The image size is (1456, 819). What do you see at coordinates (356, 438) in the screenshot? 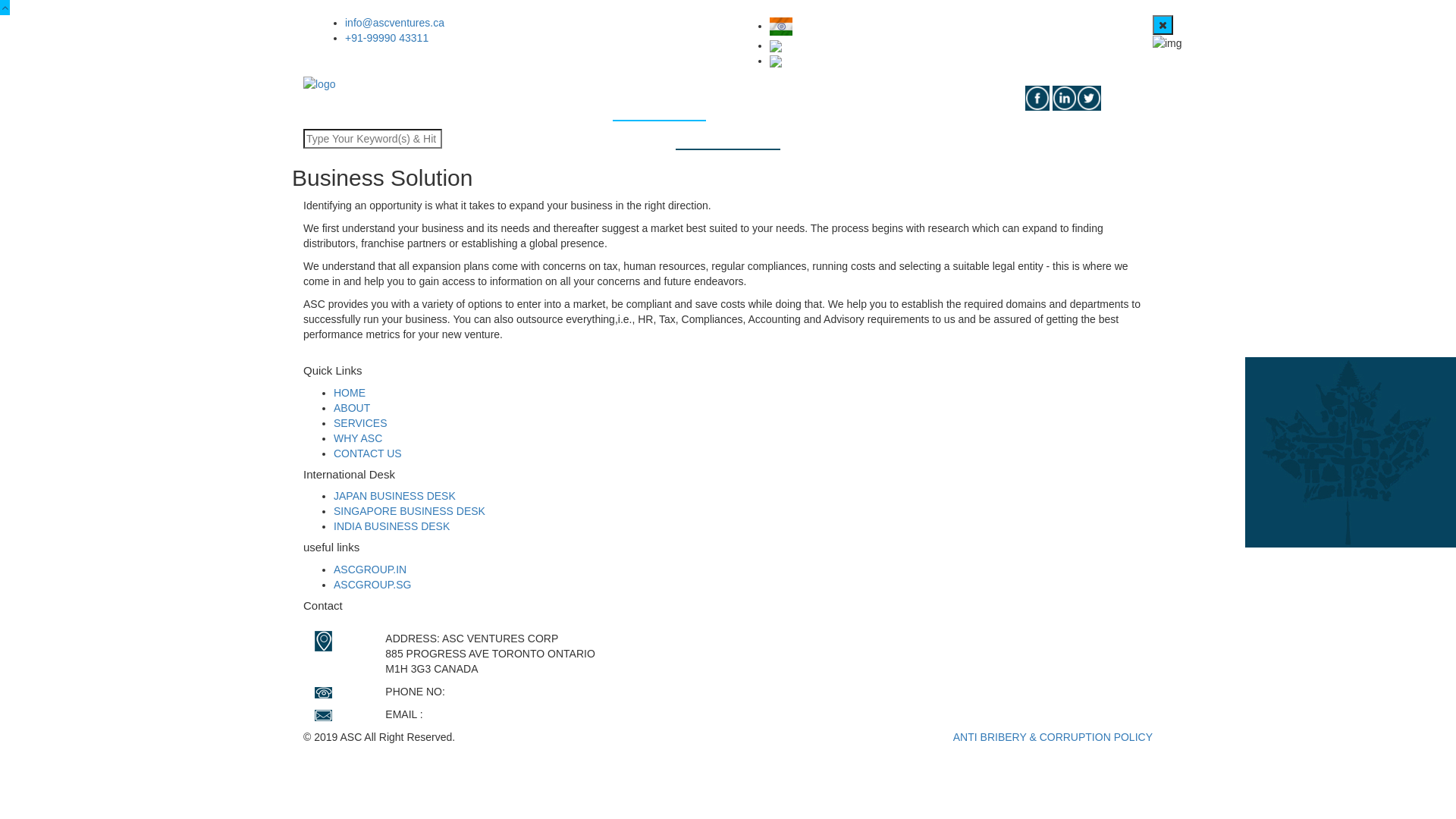
I see `'WHY ASC'` at bounding box center [356, 438].